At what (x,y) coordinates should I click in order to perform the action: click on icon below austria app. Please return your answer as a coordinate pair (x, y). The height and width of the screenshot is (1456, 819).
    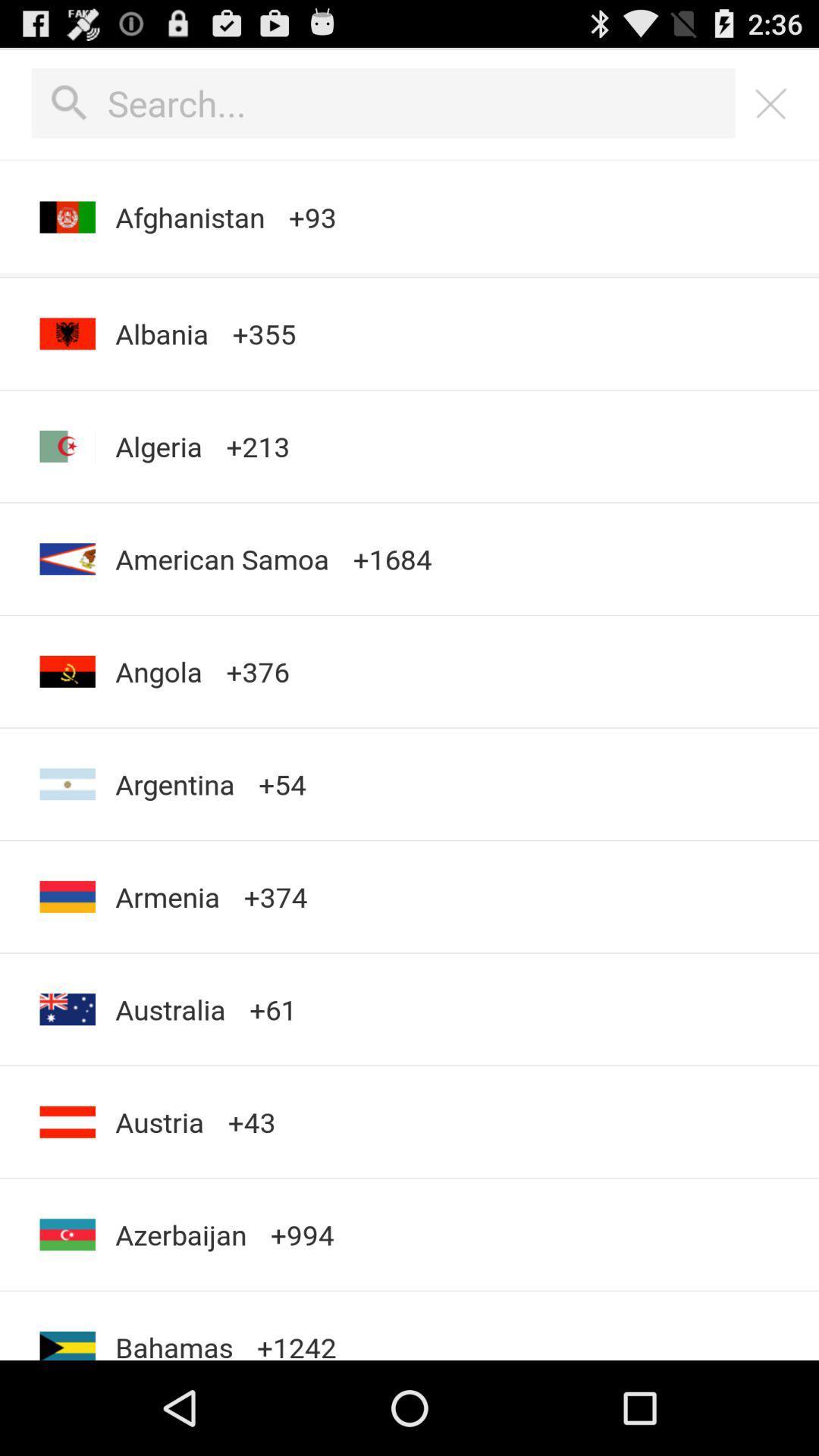
    Looking at the image, I should click on (180, 1235).